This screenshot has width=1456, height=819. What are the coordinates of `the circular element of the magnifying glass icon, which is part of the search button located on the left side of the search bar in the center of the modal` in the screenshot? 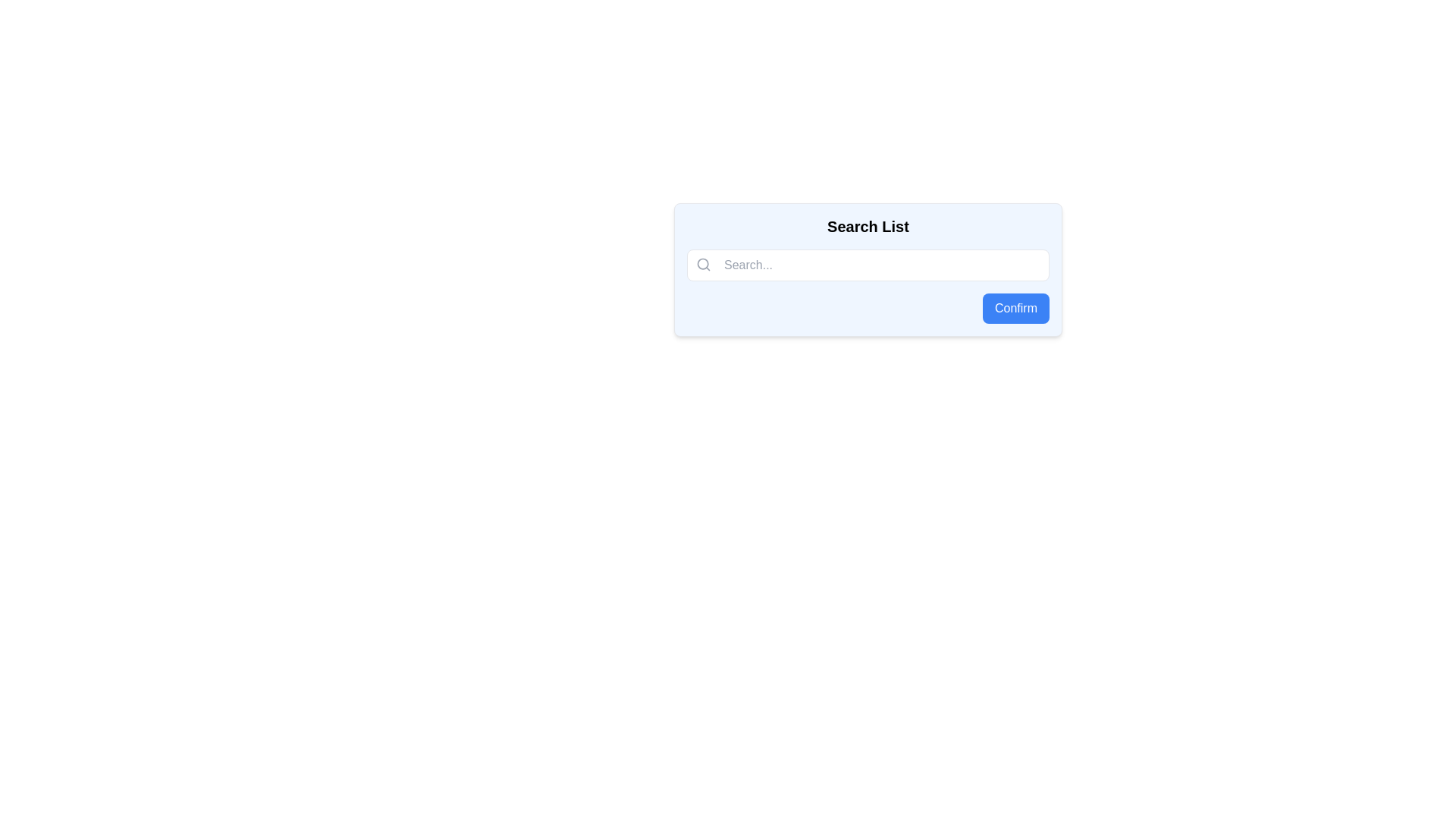 It's located at (702, 263).